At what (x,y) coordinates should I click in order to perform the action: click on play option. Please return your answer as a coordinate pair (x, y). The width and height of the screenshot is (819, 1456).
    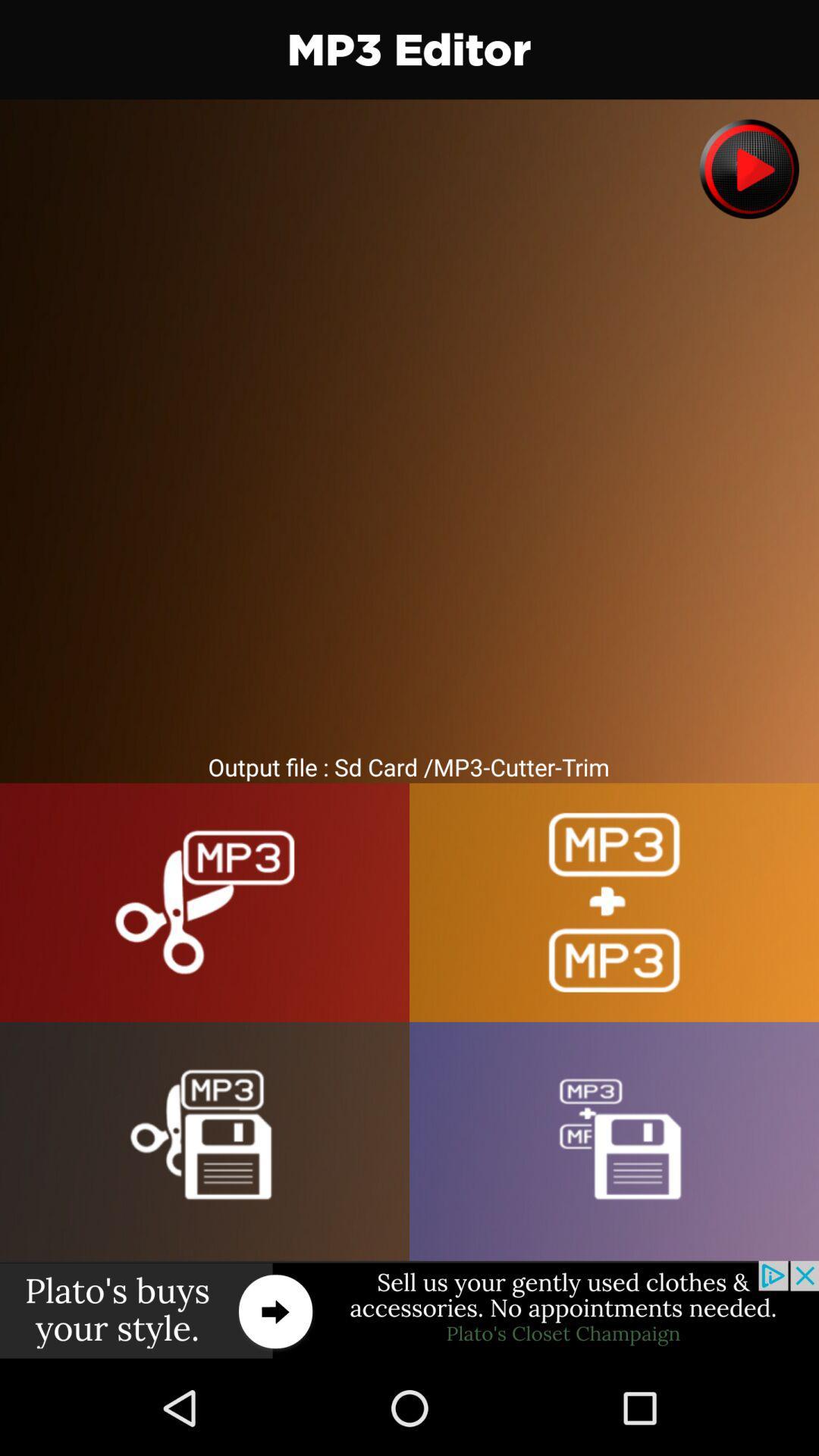
    Looking at the image, I should click on (748, 169).